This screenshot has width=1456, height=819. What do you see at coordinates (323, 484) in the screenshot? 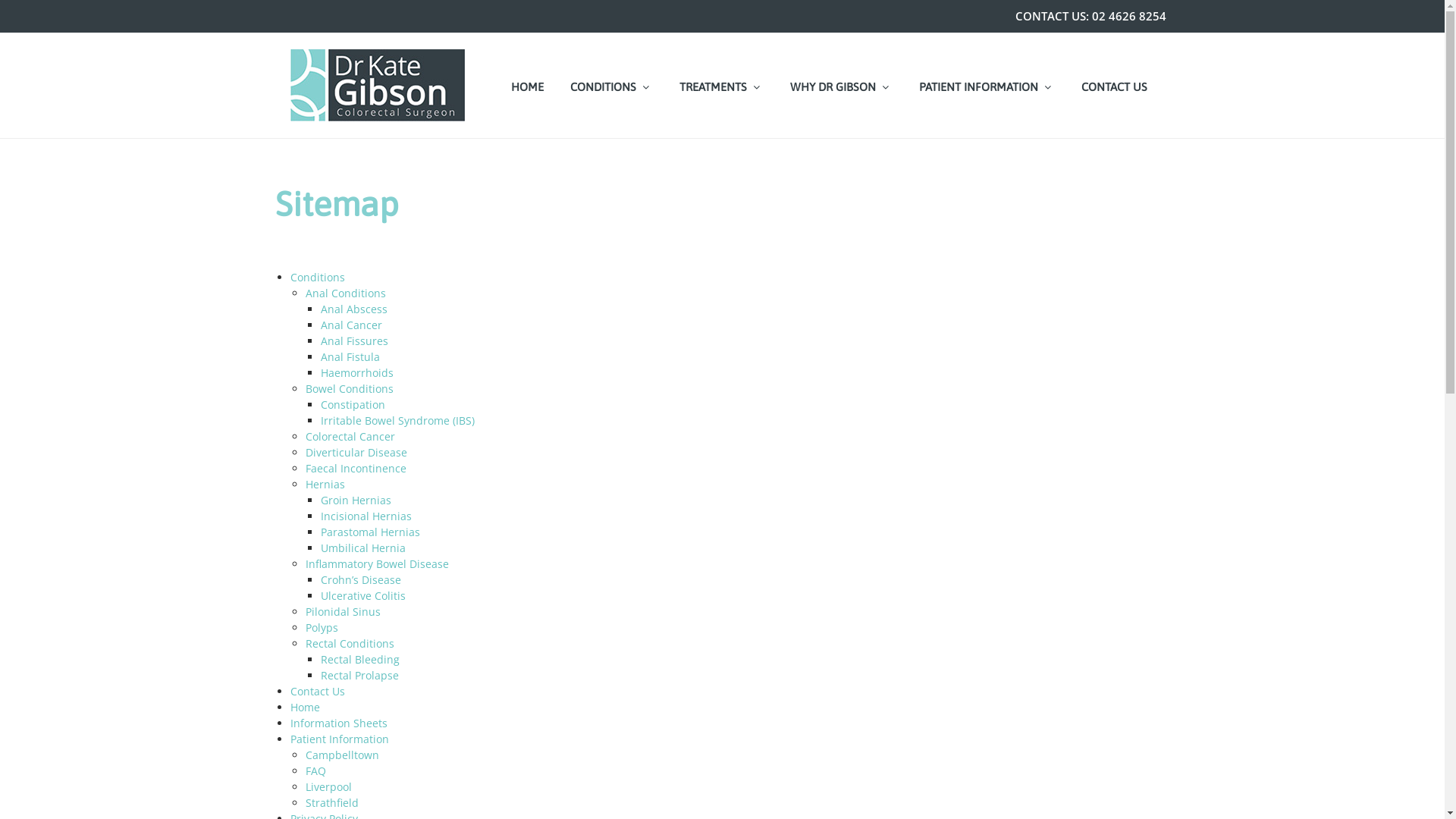
I see `'Hernias'` at bounding box center [323, 484].